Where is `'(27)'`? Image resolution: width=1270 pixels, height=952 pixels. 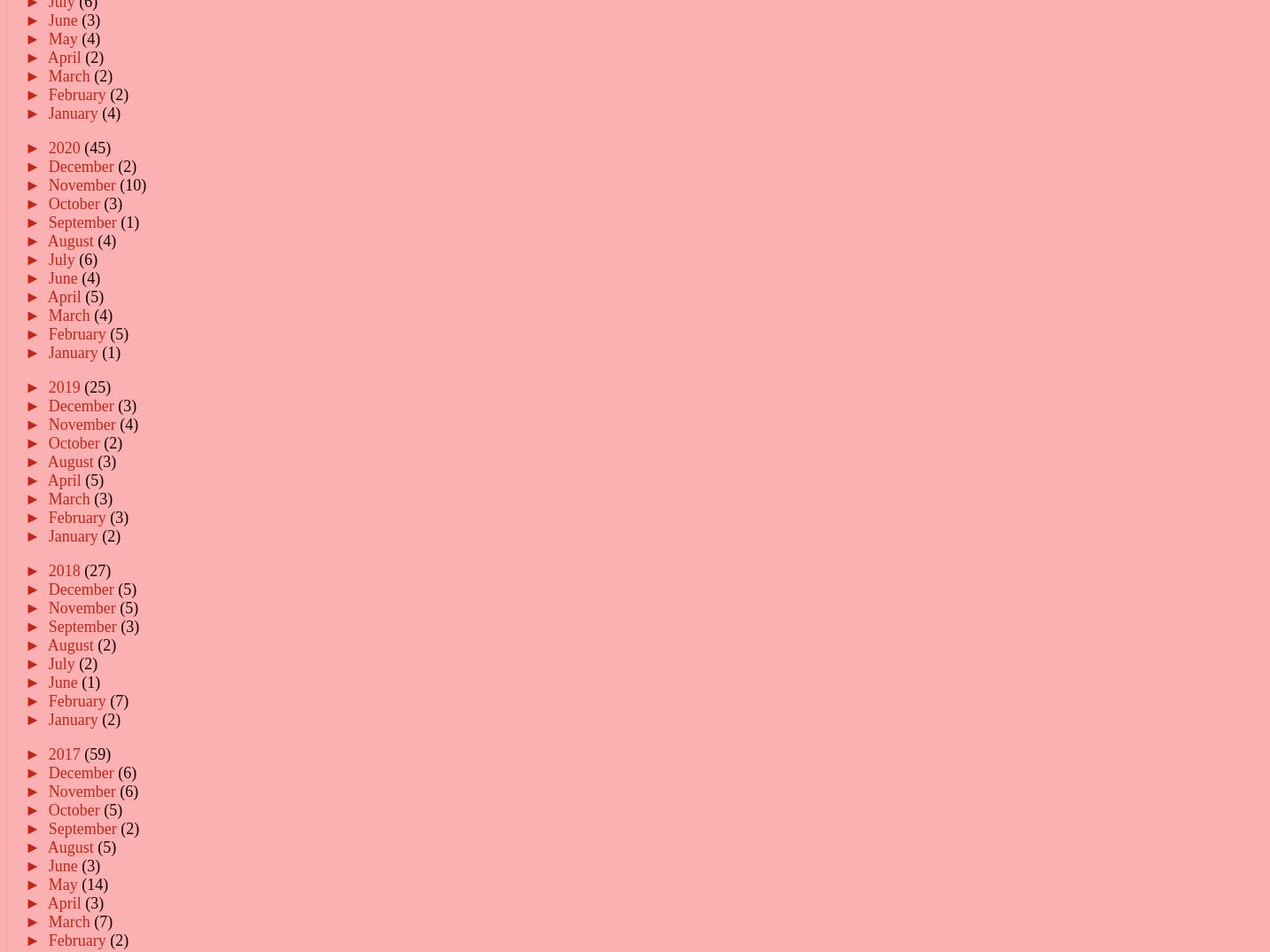 '(27)' is located at coordinates (97, 570).